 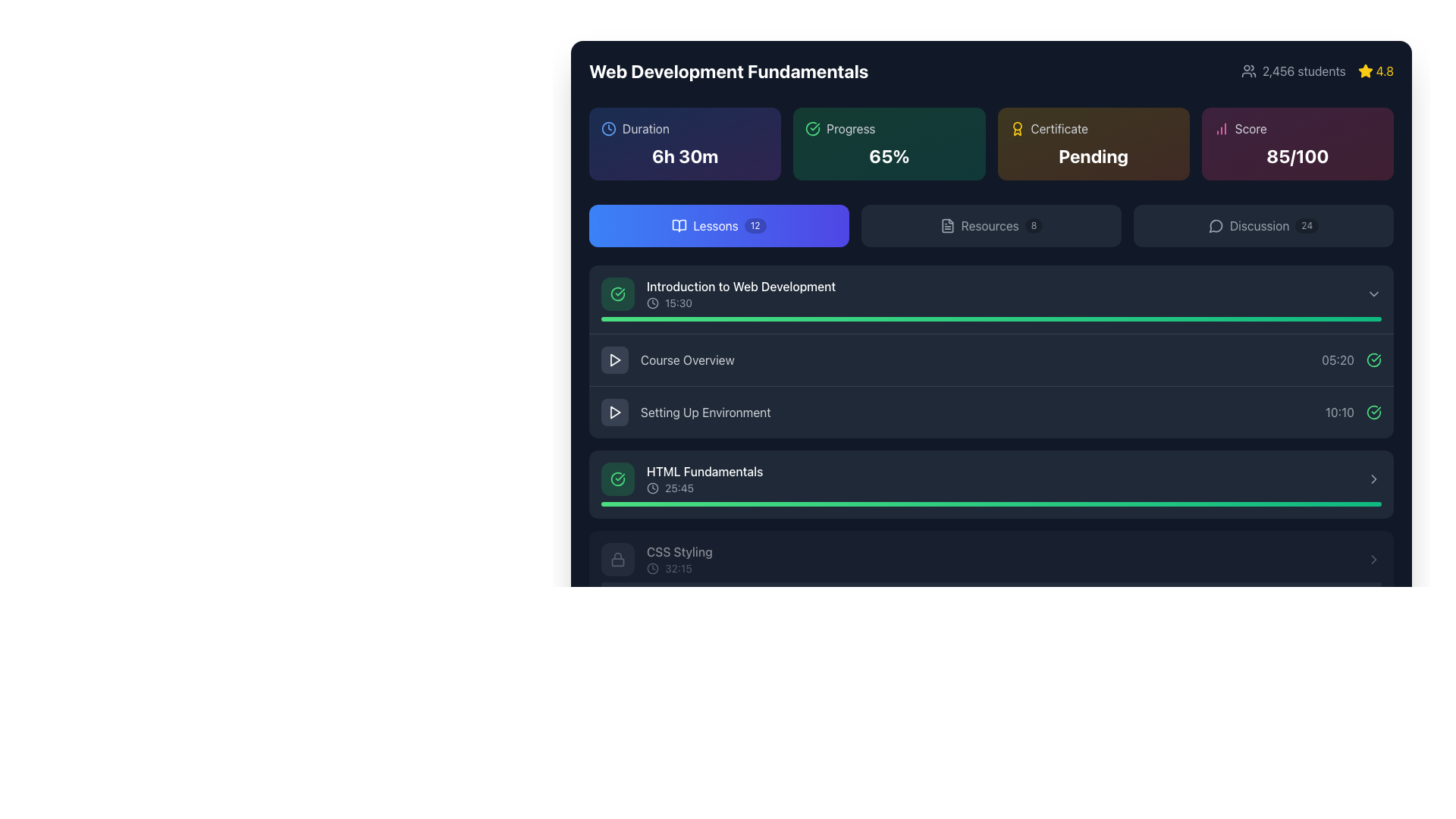 What do you see at coordinates (1221, 127) in the screenshot?
I see `the pink increasing bar chart icon located next to the 'Score' text in the top right section of the interface` at bounding box center [1221, 127].